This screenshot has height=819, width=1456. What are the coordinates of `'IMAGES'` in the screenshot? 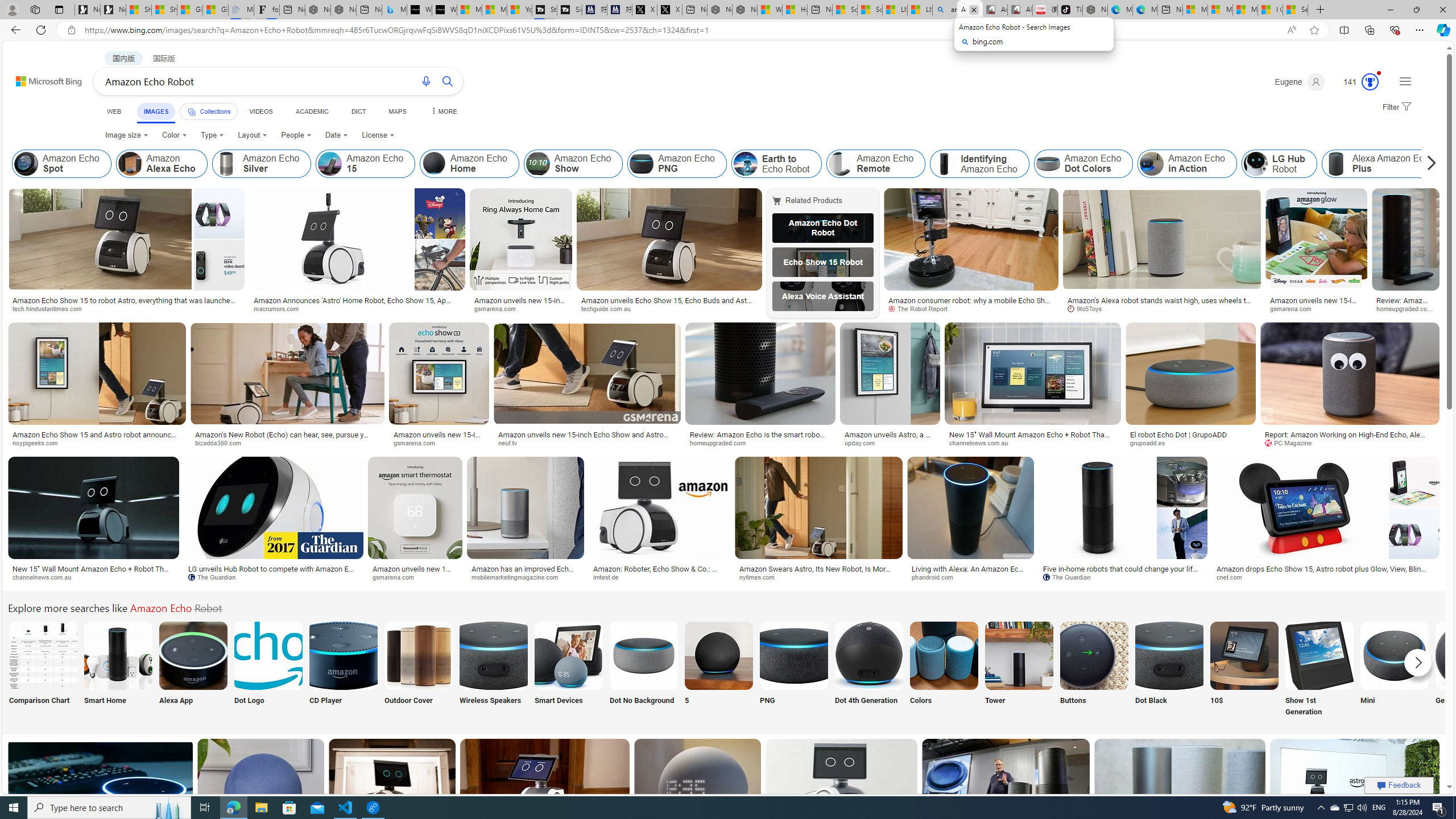 It's located at (156, 113).